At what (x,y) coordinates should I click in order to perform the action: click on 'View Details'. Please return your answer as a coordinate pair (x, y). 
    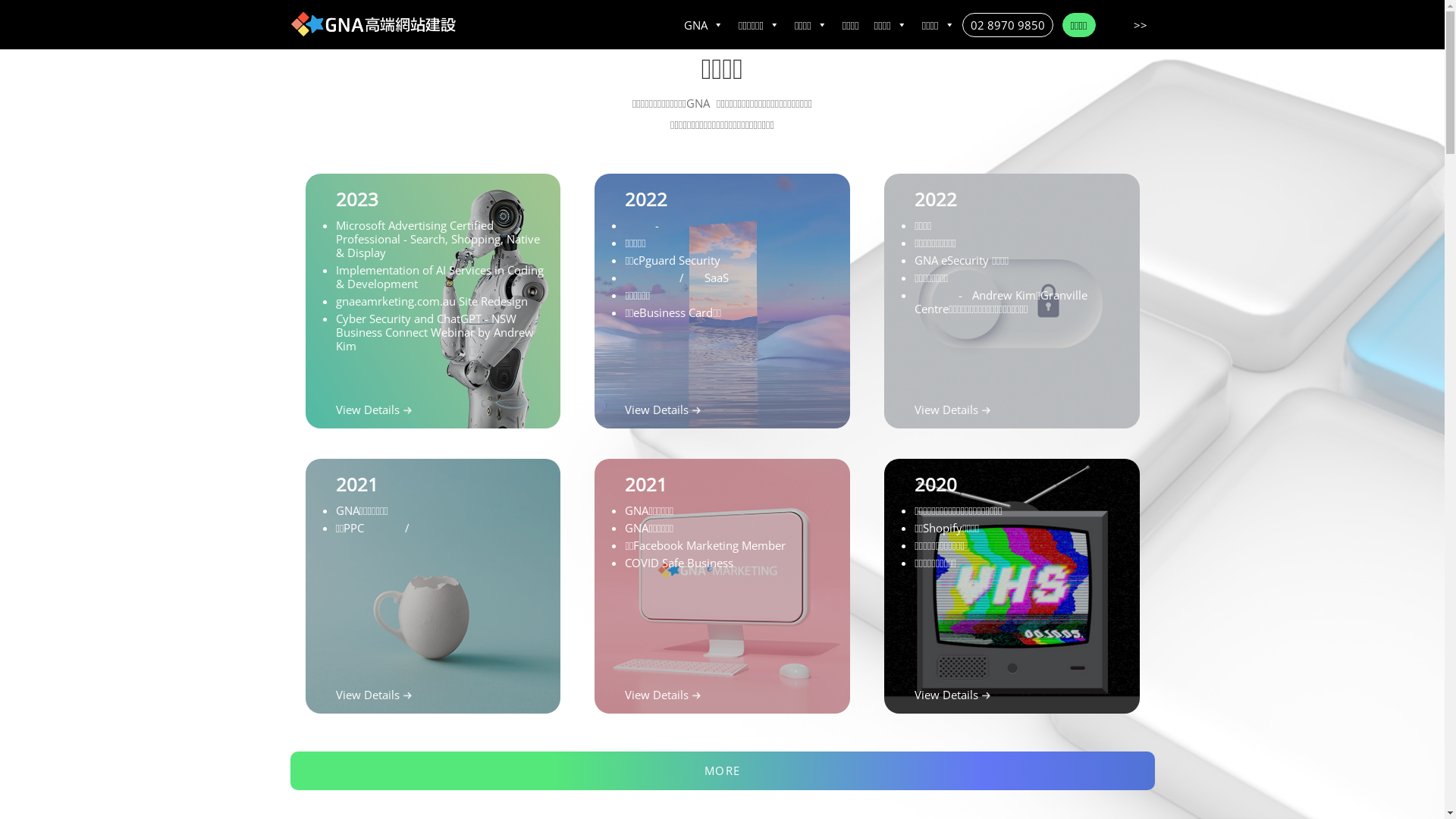
    Looking at the image, I should click on (946, 694).